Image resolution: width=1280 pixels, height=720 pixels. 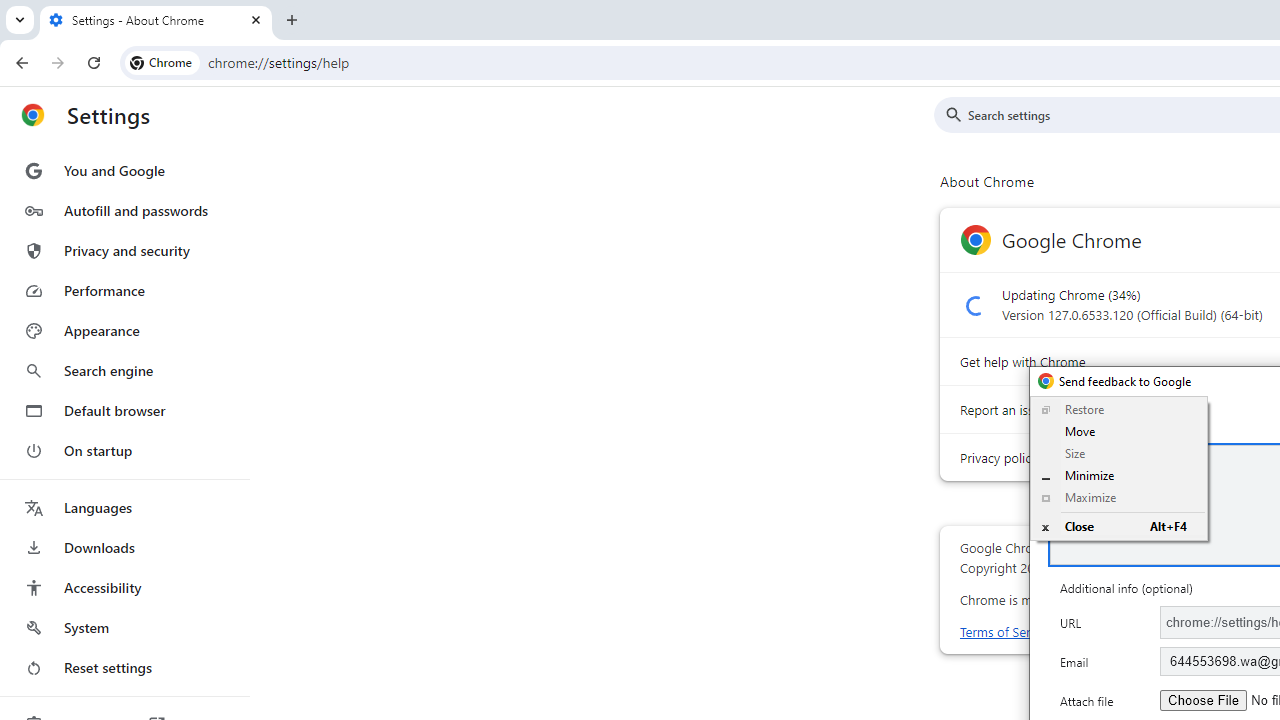 What do you see at coordinates (123, 290) in the screenshot?
I see `'Performance'` at bounding box center [123, 290].